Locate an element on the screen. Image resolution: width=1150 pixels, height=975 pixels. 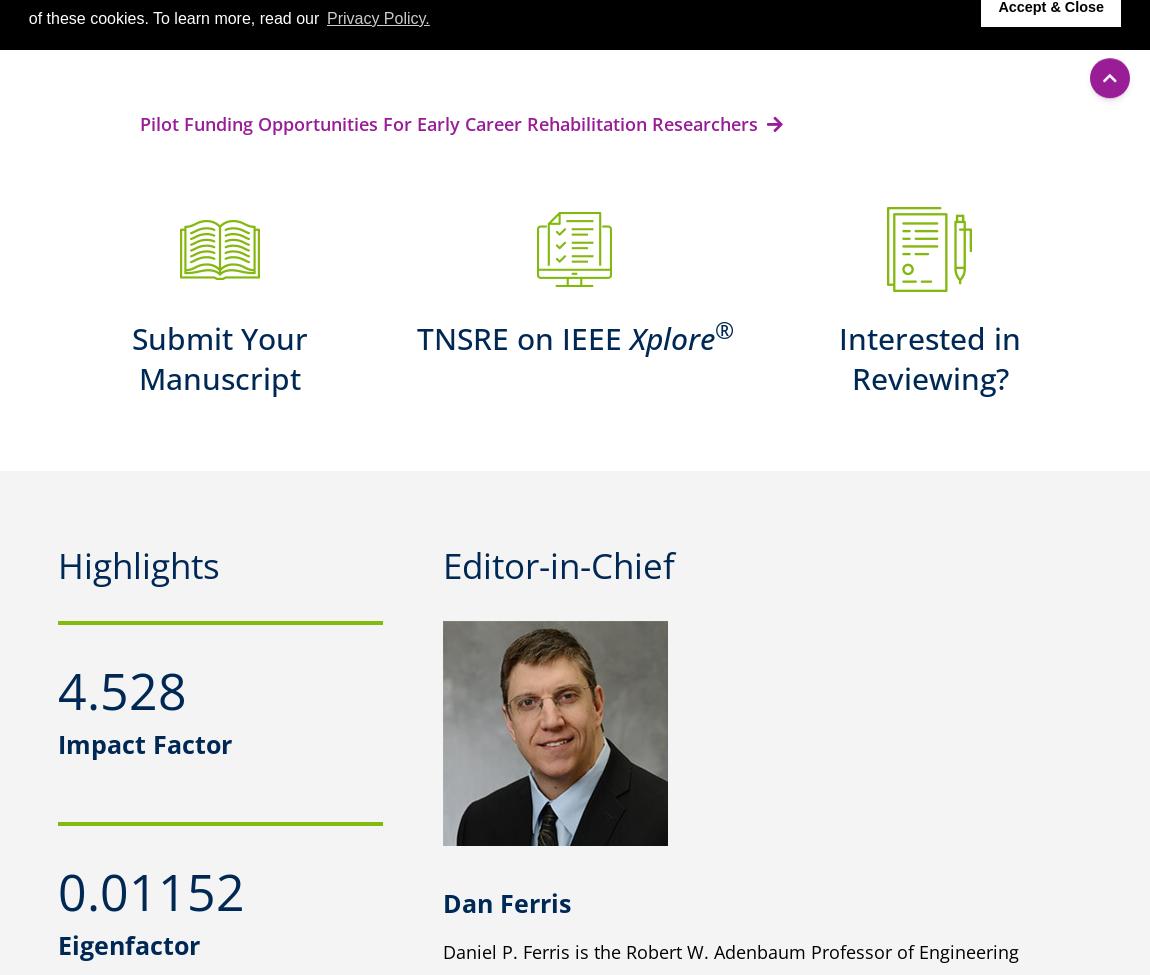
'0.01152' is located at coordinates (149, 891).